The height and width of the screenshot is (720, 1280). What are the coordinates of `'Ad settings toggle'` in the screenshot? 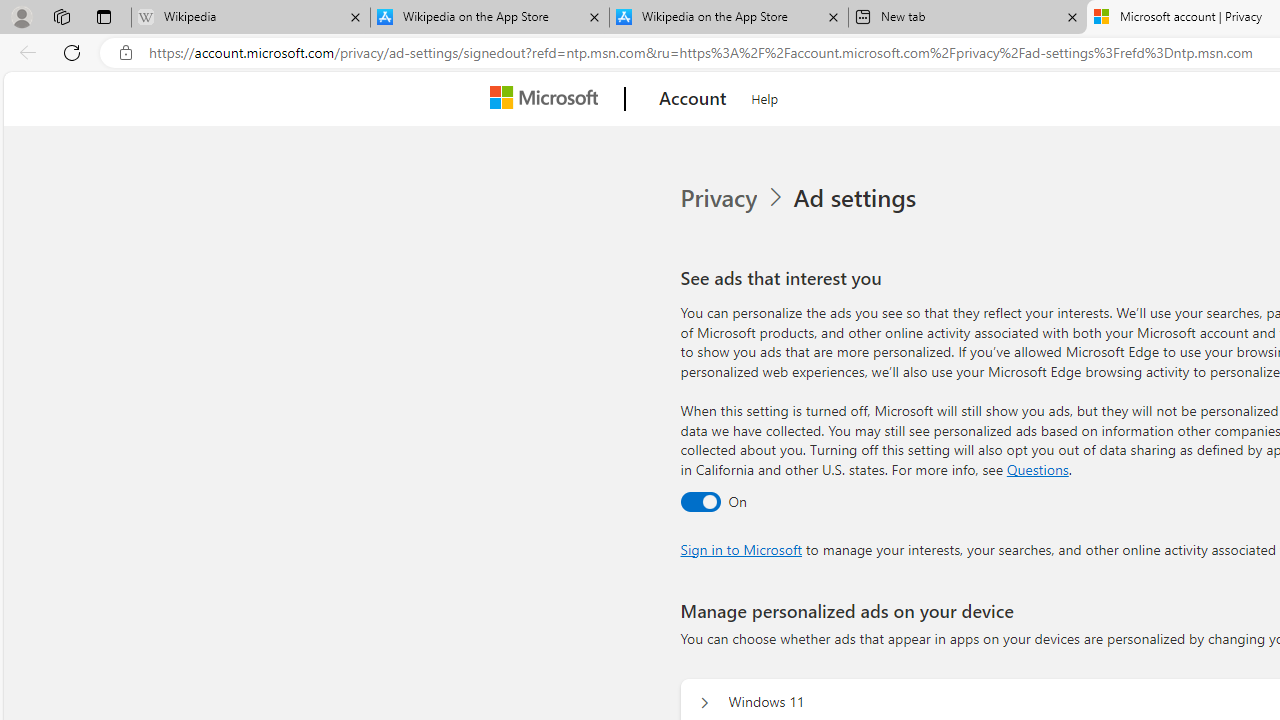 It's located at (700, 500).